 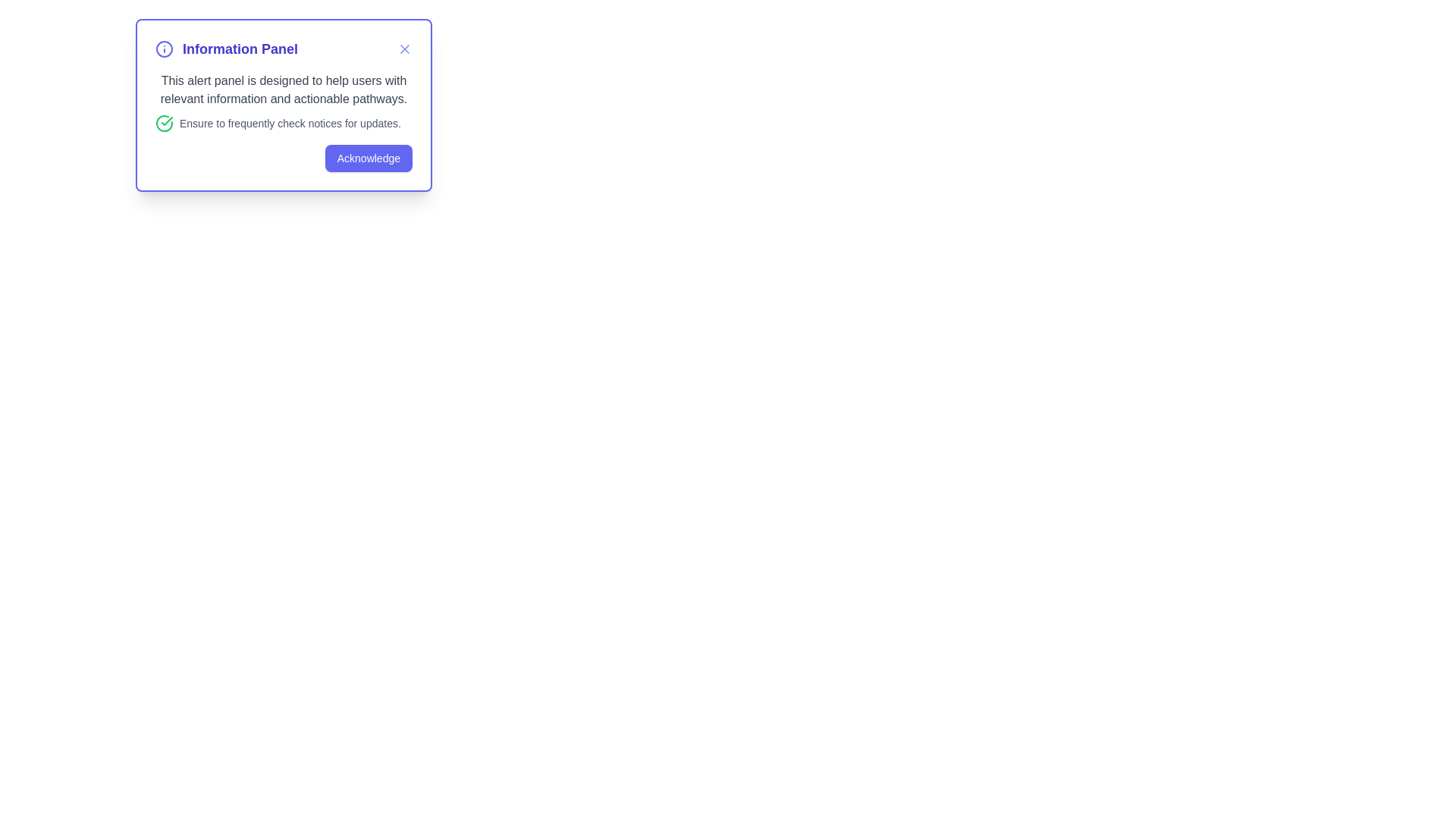 I want to click on the close button located at the top-right corner of the Information Panel, so click(x=404, y=49).